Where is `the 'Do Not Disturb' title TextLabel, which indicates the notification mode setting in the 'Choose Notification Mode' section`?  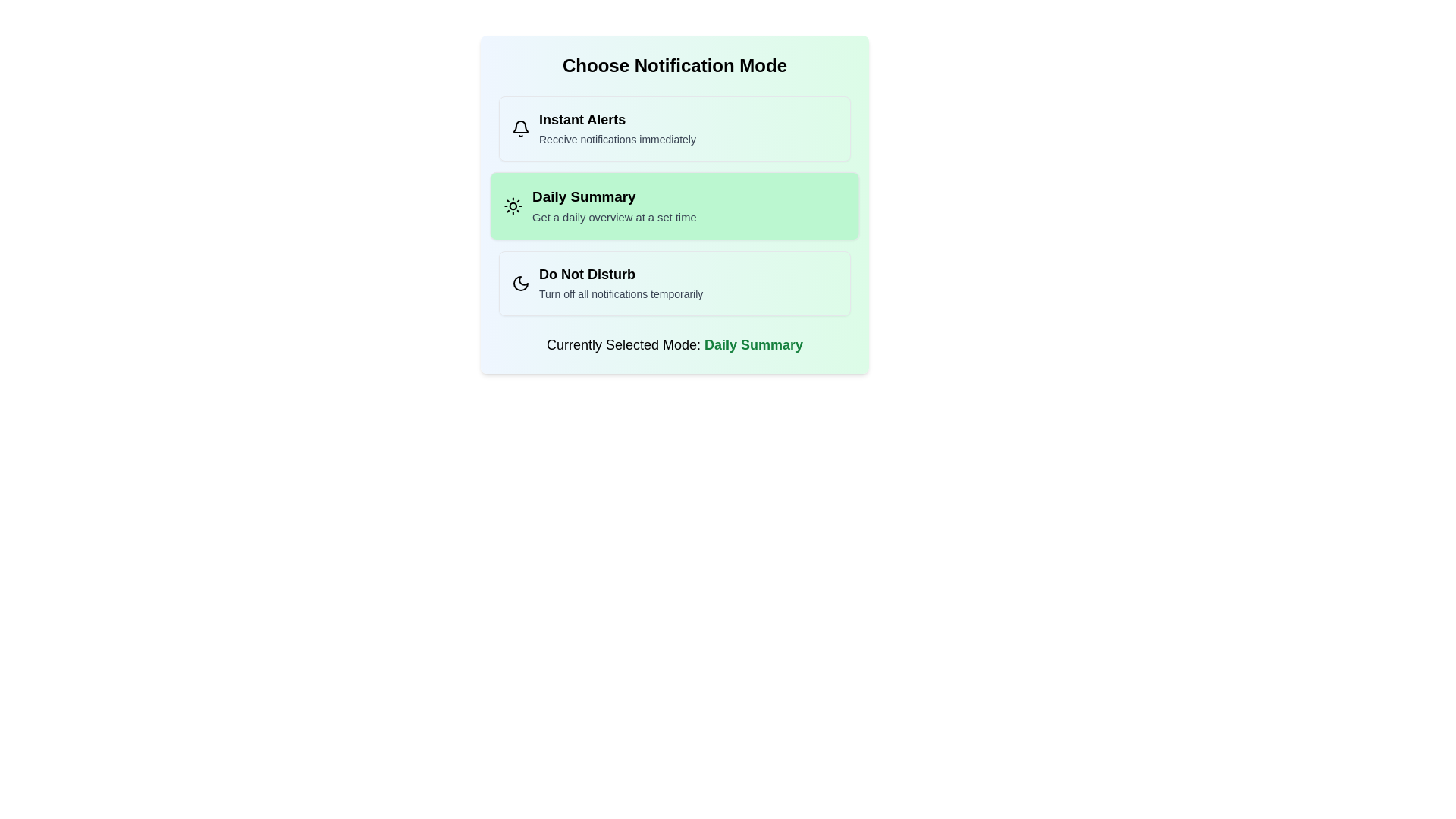
the 'Do Not Disturb' title TextLabel, which indicates the notification mode setting in the 'Choose Notification Mode' section is located at coordinates (621, 275).